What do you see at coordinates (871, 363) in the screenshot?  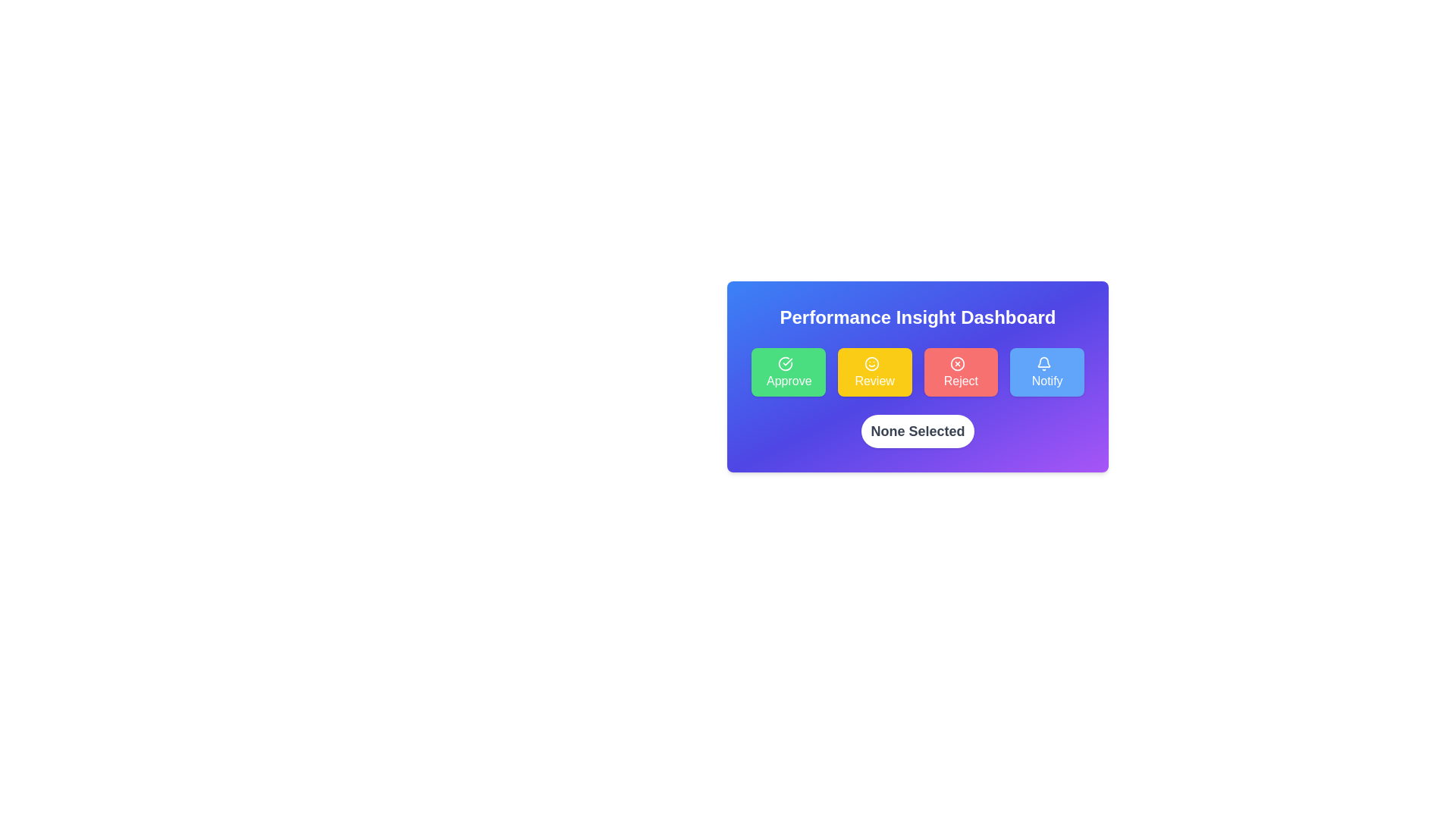 I see `the 'Review' button, which is the second button in a row of four actions and contains the 'Review' icon` at bounding box center [871, 363].